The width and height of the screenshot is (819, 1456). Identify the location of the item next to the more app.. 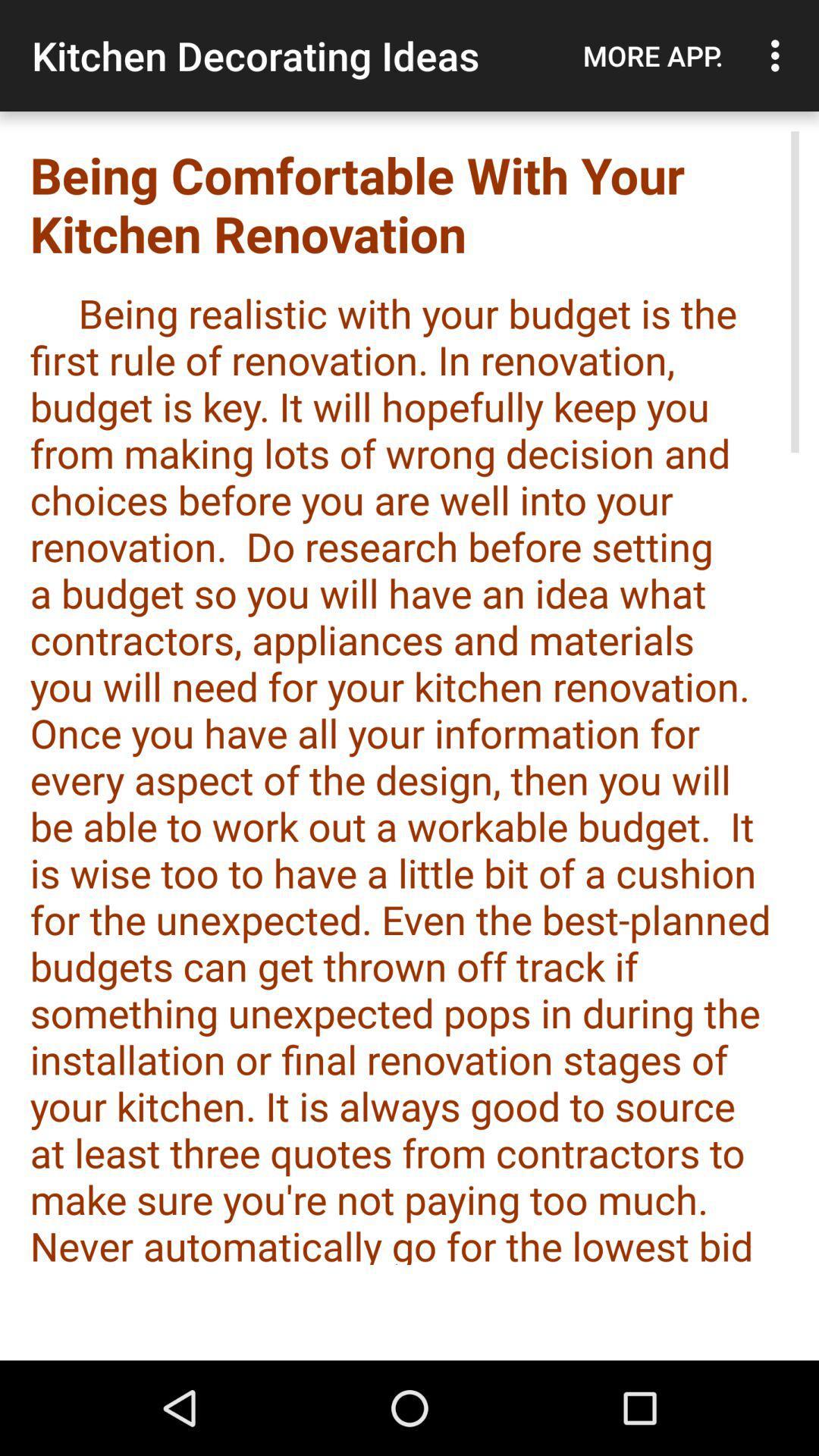
(779, 55).